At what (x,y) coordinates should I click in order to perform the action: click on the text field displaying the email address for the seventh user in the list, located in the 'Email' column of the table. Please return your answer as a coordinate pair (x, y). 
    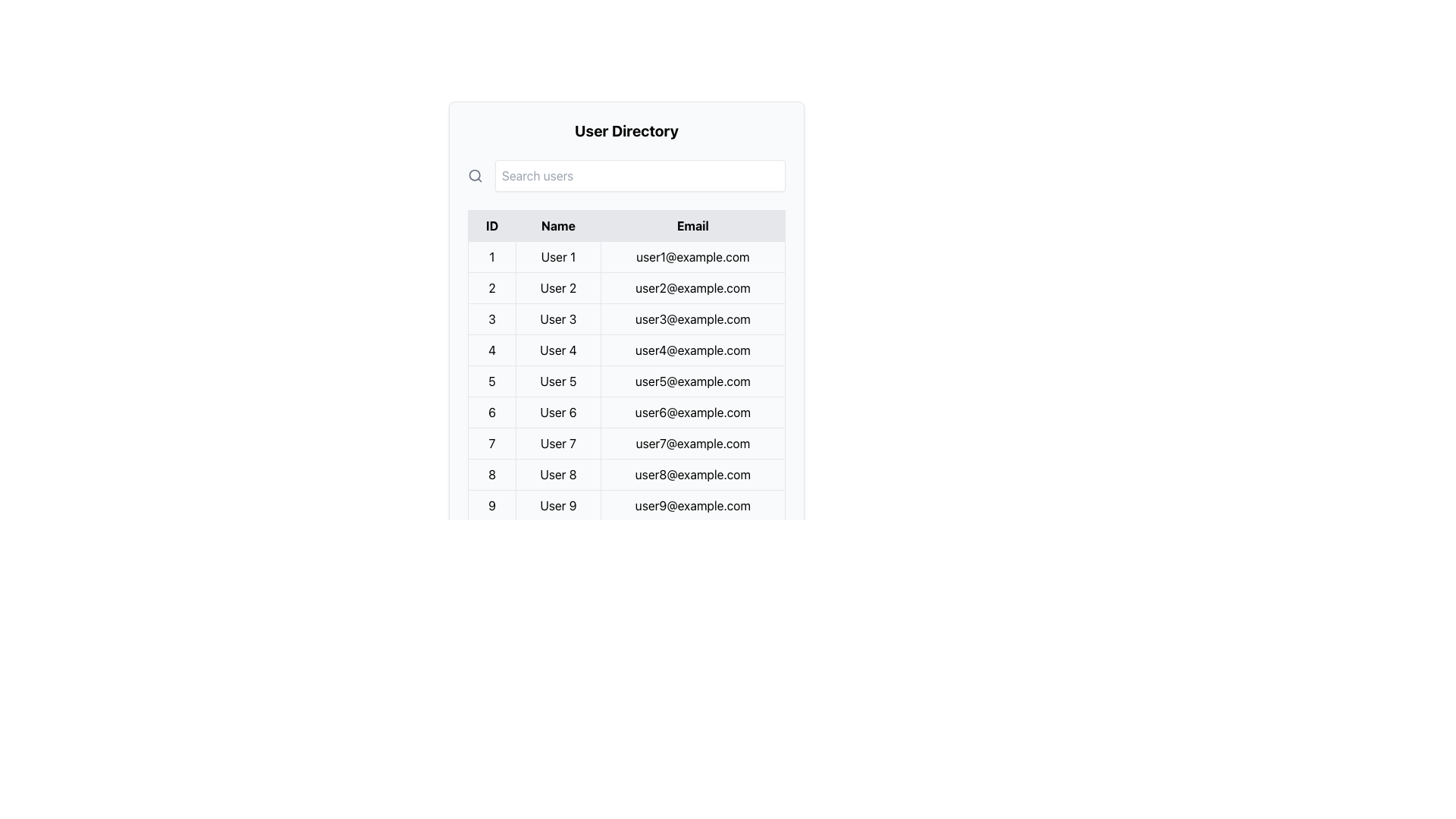
    Looking at the image, I should click on (692, 444).